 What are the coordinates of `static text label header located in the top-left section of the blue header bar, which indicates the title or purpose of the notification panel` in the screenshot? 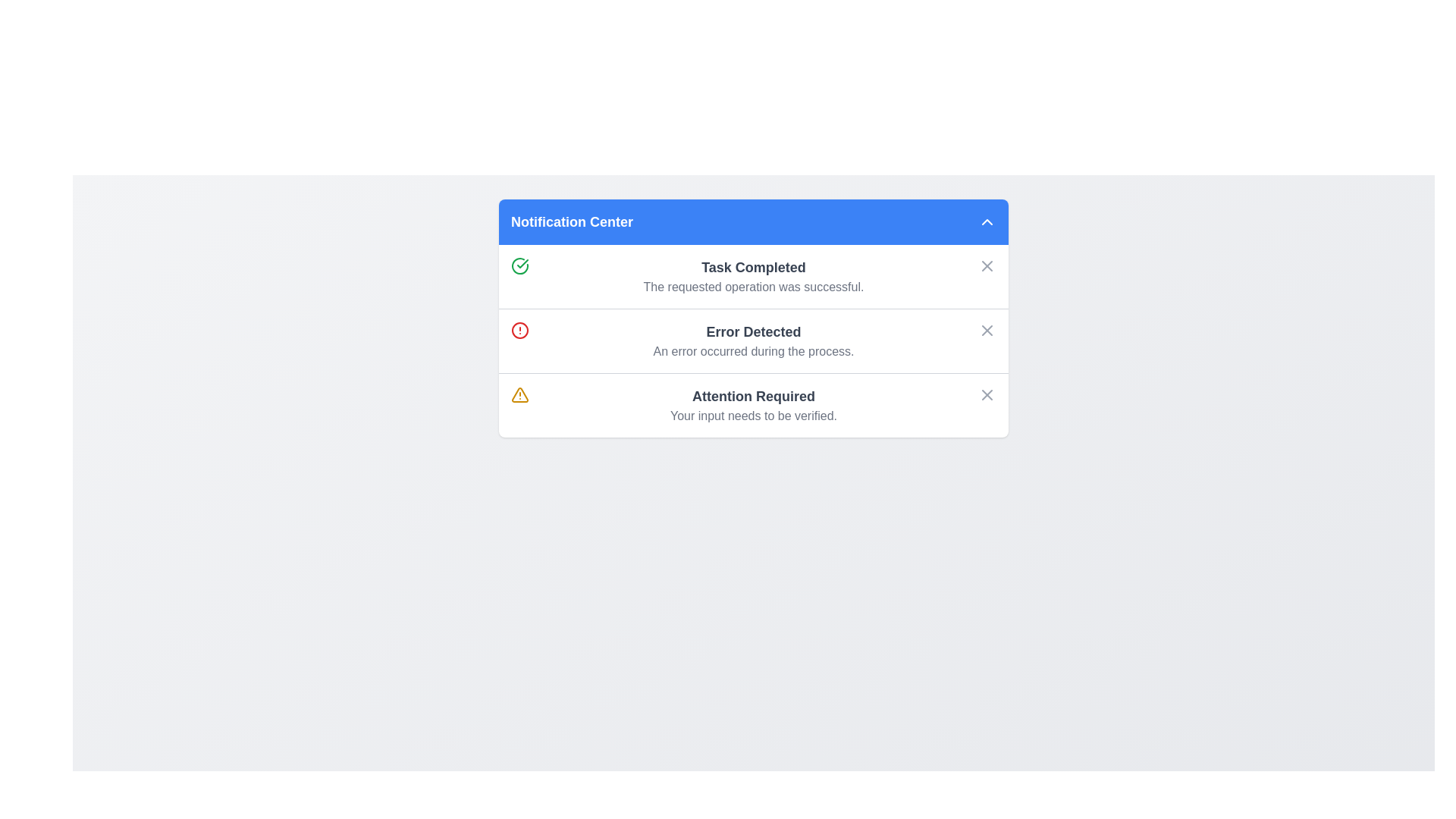 It's located at (571, 222).